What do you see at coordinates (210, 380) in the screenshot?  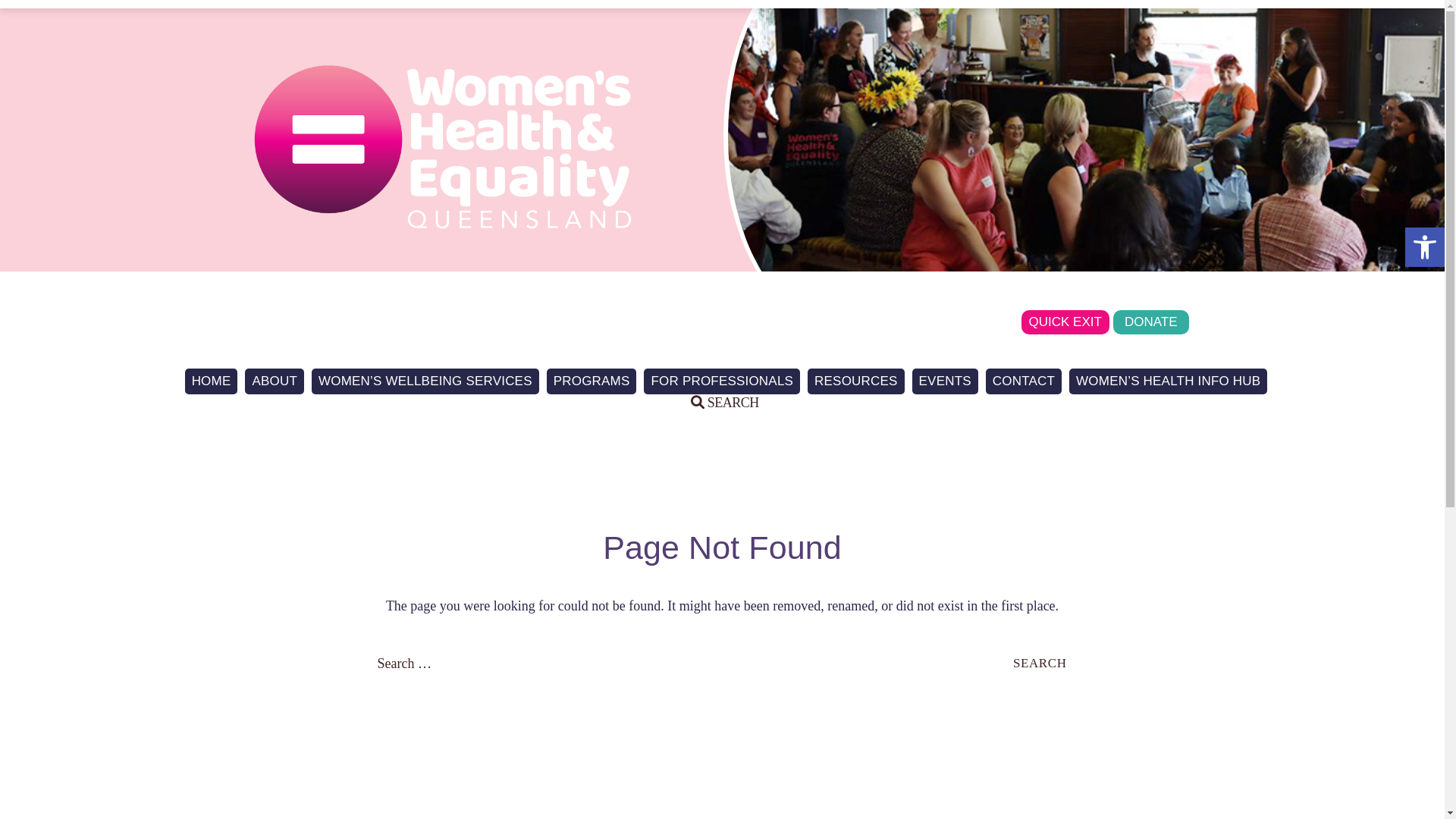 I see `'HOME'` at bounding box center [210, 380].